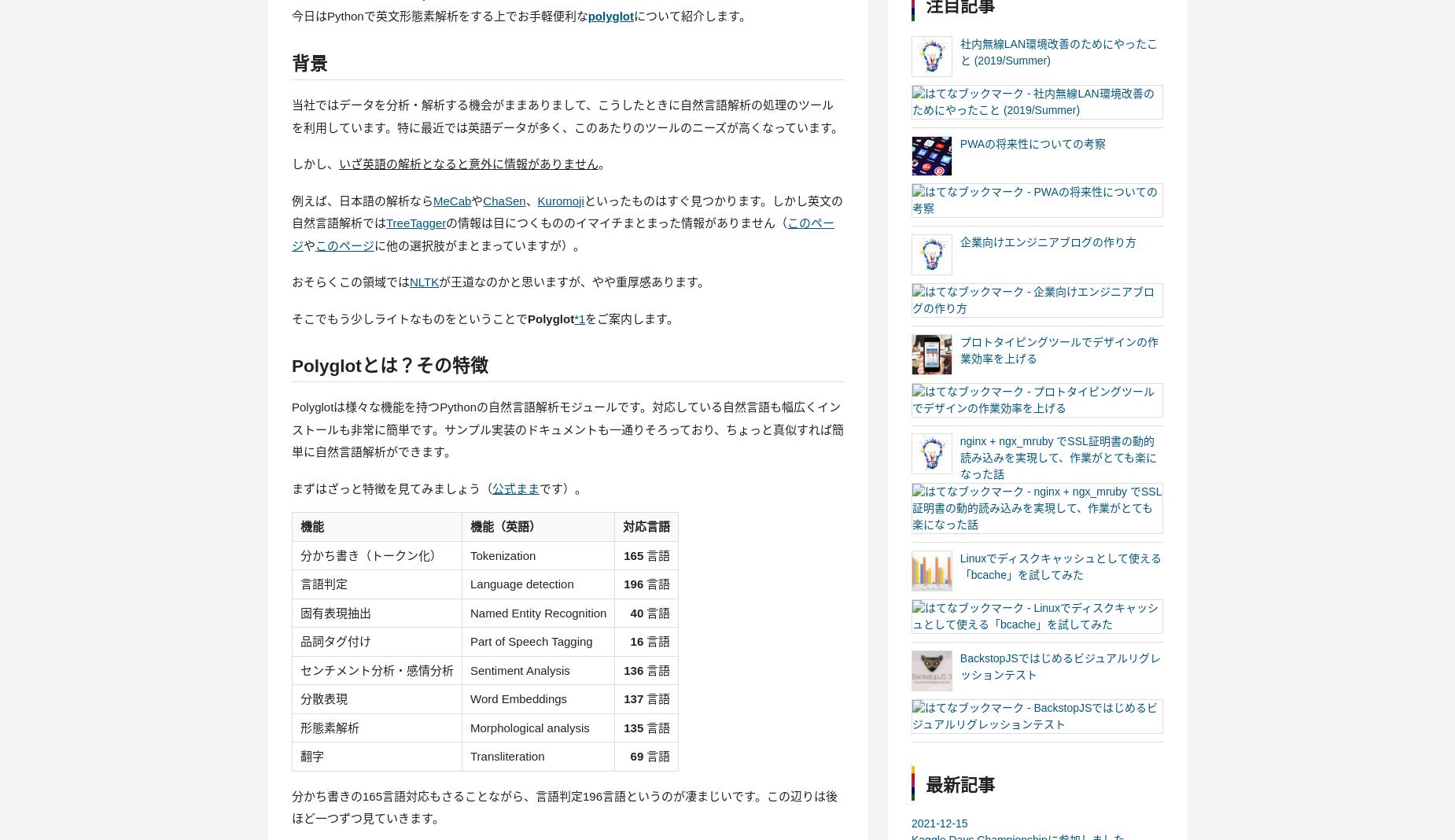 The image size is (1455, 840). Describe the element at coordinates (385, 222) in the screenshot. I see `'TreeTagger'` at that location.